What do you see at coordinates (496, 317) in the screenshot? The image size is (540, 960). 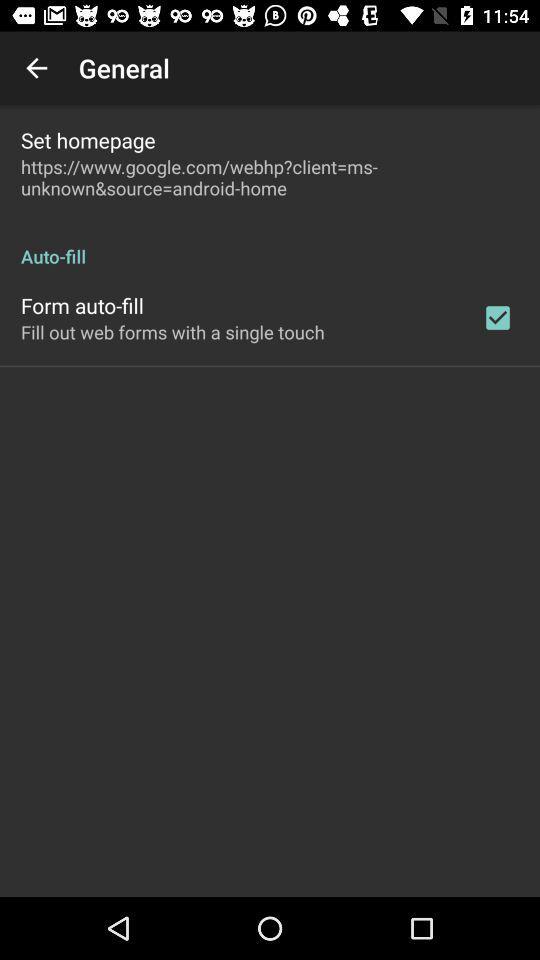 I see `app next to the fill out web icon` at bounding box center [496, 317].